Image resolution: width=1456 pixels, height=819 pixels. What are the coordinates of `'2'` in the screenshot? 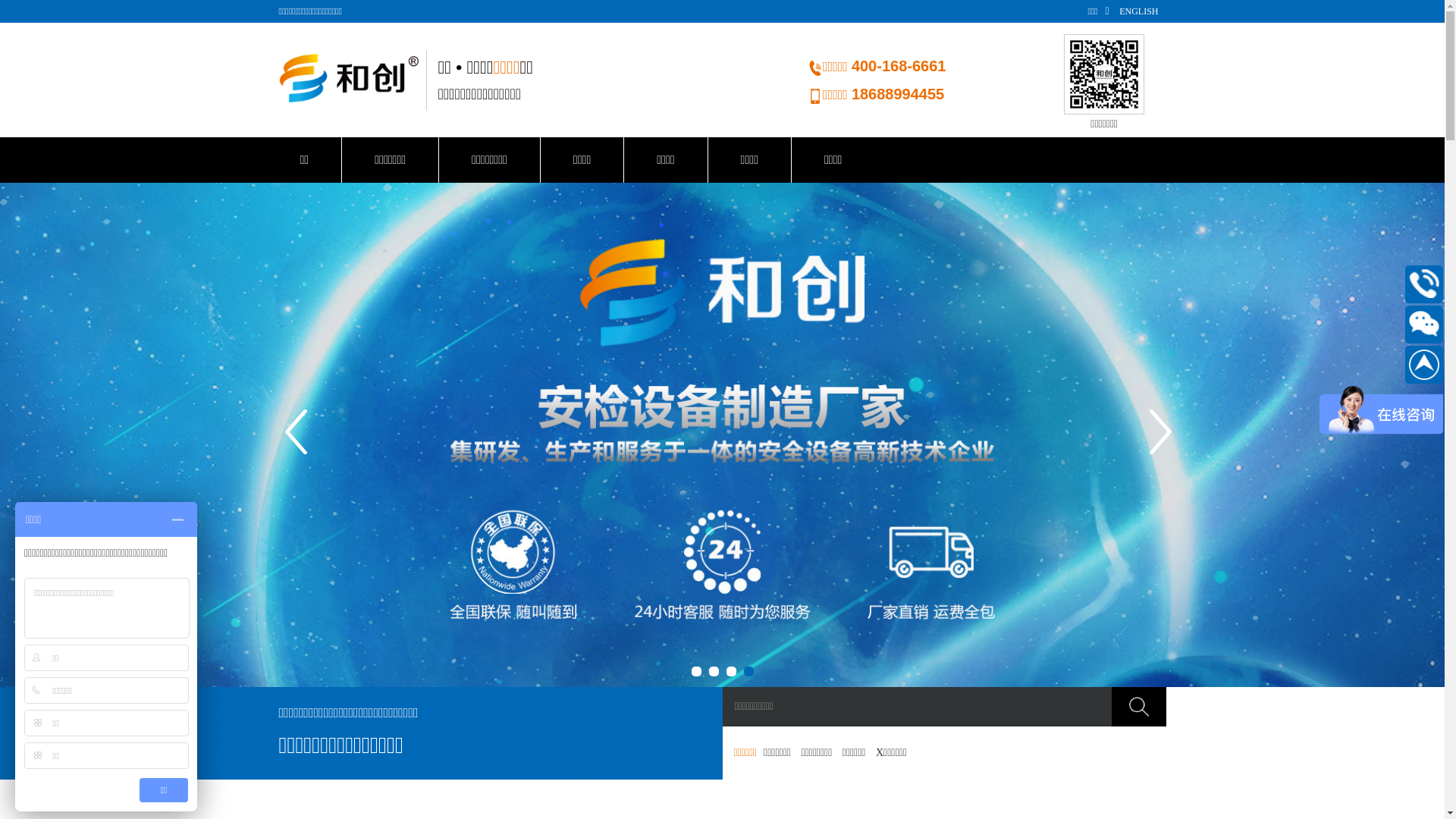 It's located at (712, 670).